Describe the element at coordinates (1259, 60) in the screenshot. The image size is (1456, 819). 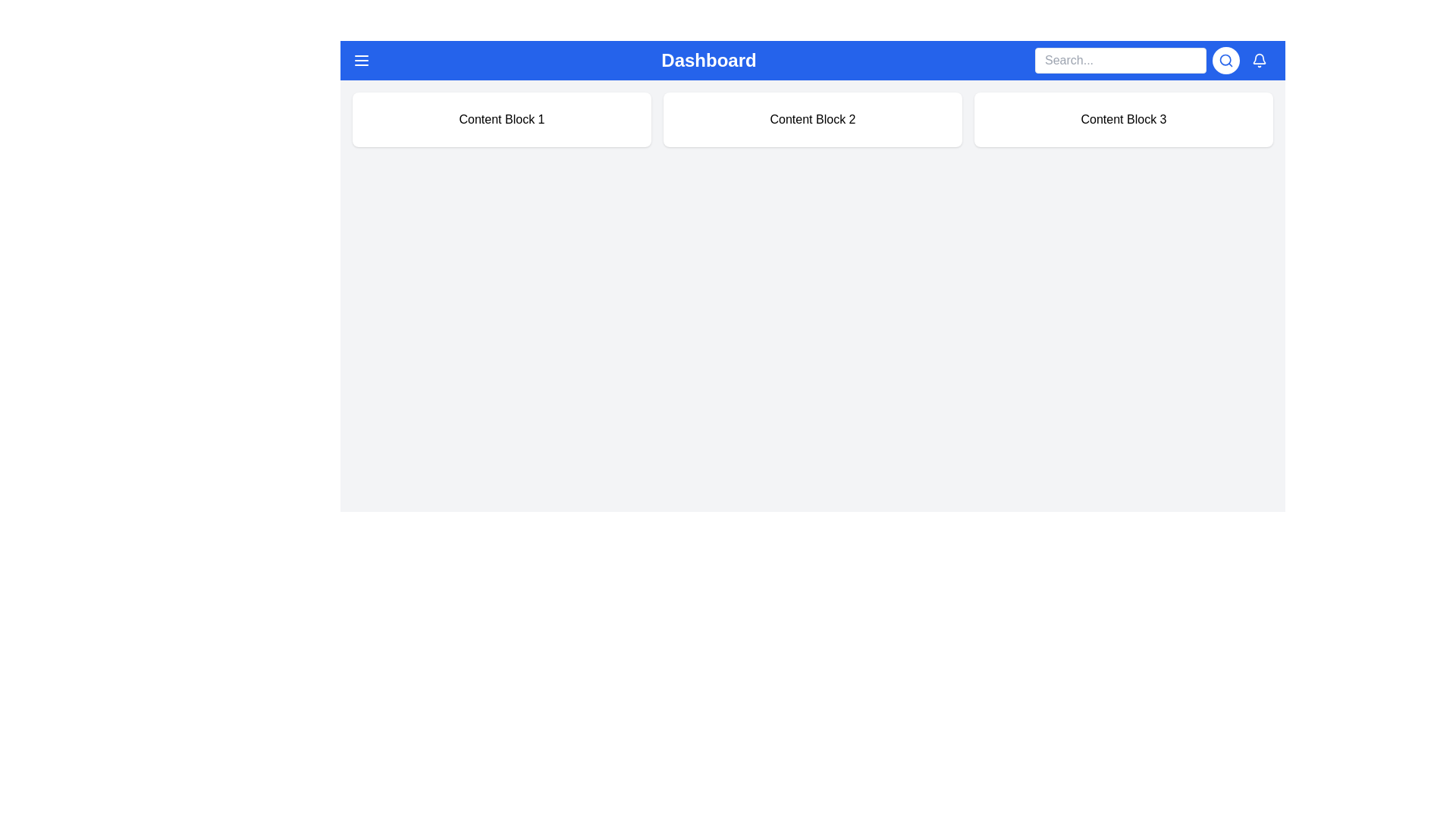
I see `the bell-shaped icon with a blue circular background located in the top-right corner of the interface` at that location.